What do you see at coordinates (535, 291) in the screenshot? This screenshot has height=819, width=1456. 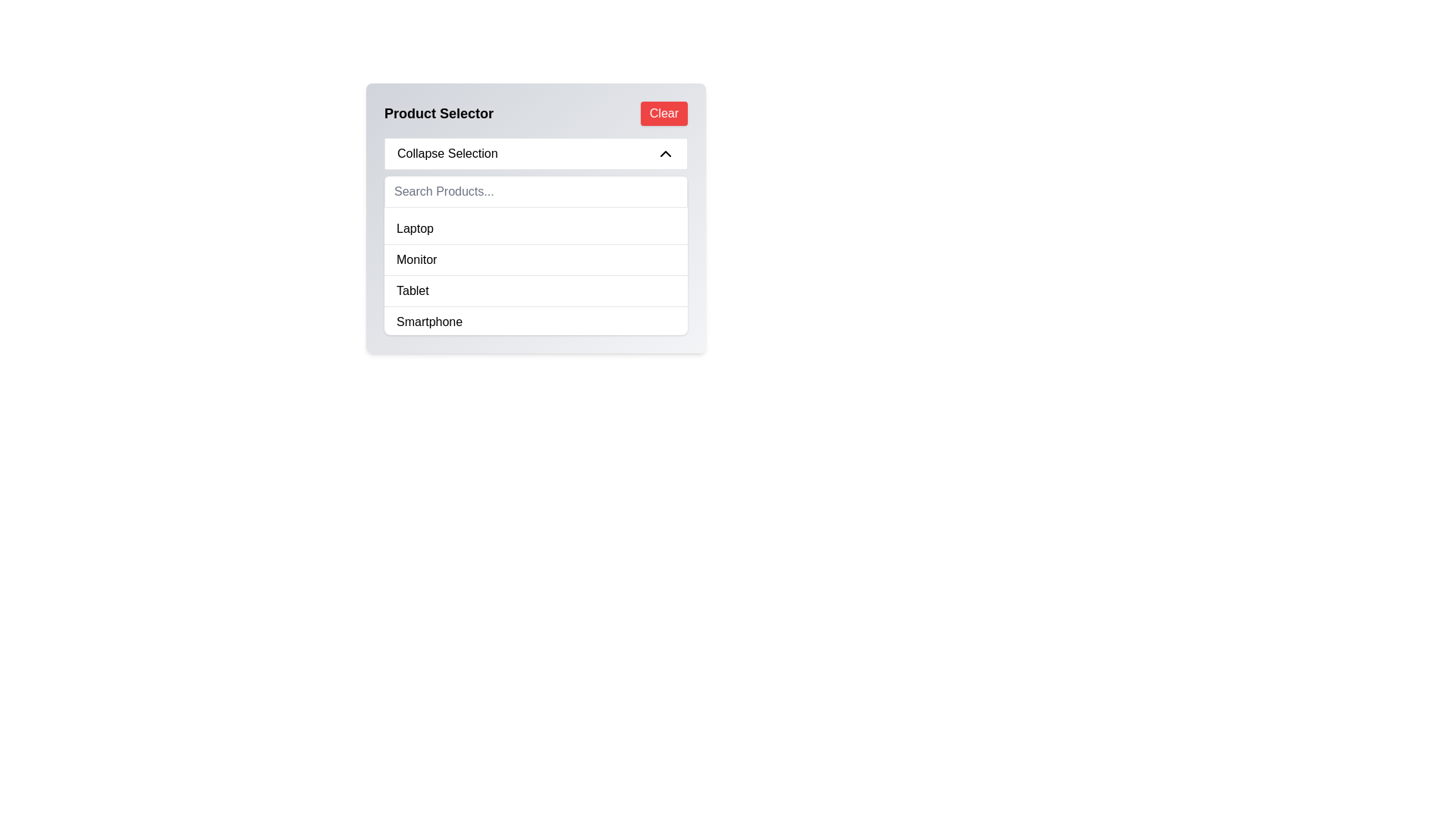 I see `the third list item labeled 'Tablet' in the 'Product Selector' dropdown to observe the hover effect` at bounding box center [535, 291].